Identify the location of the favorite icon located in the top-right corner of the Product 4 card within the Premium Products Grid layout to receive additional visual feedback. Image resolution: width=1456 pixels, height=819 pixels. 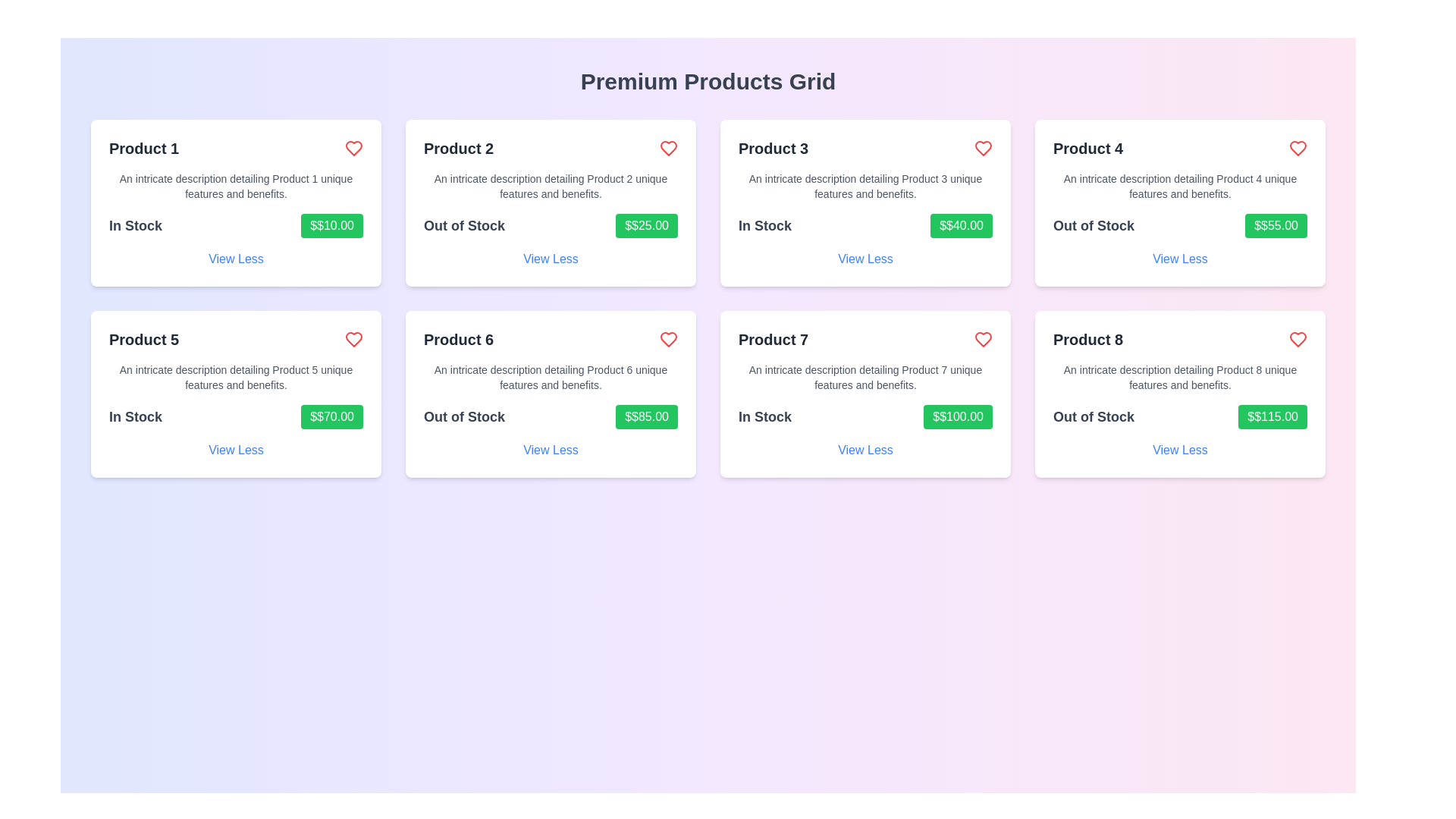
(1298, 149).